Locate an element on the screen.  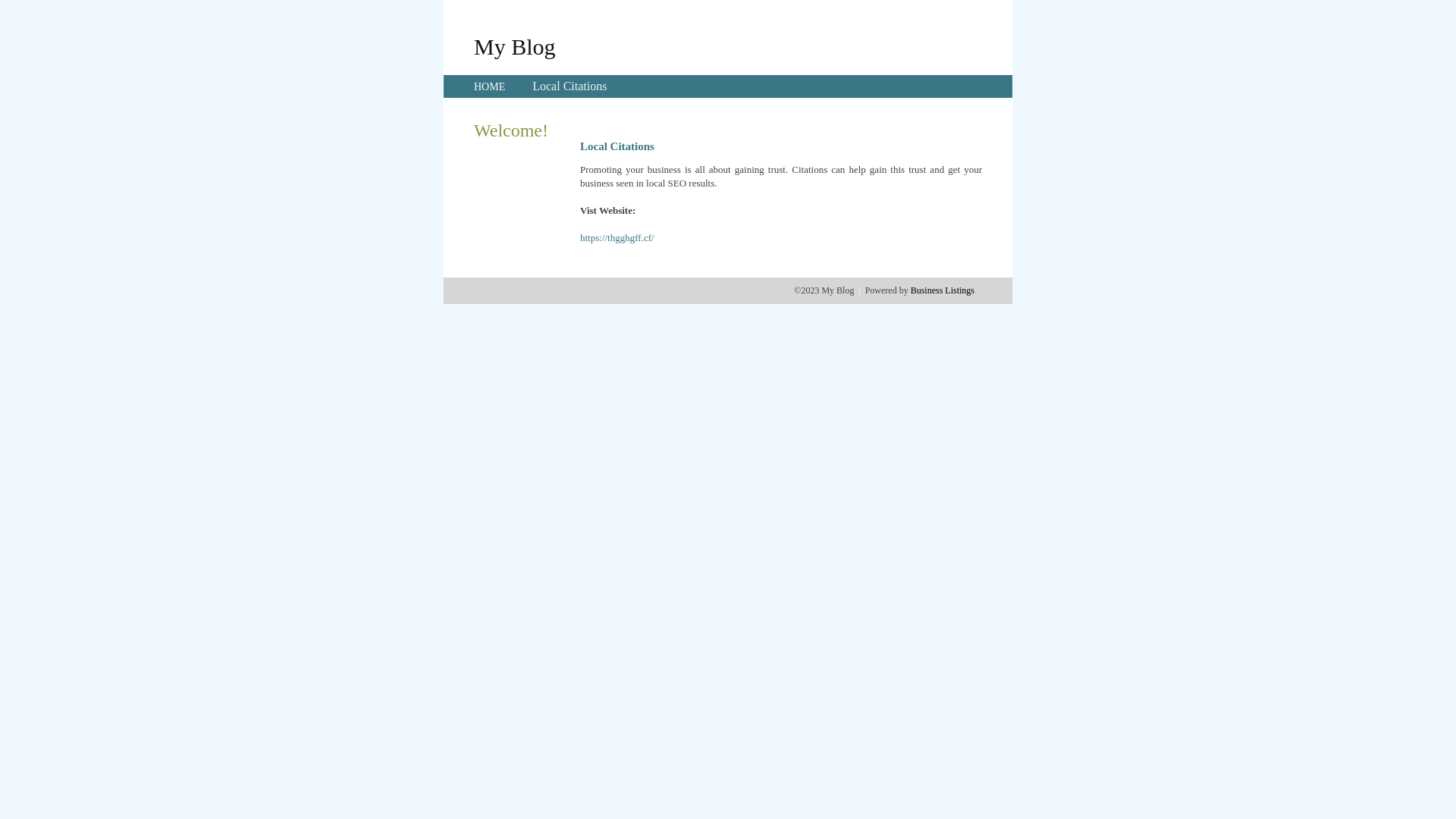
'https://thgghgff.cf/' is located at coordinates (617, 237).